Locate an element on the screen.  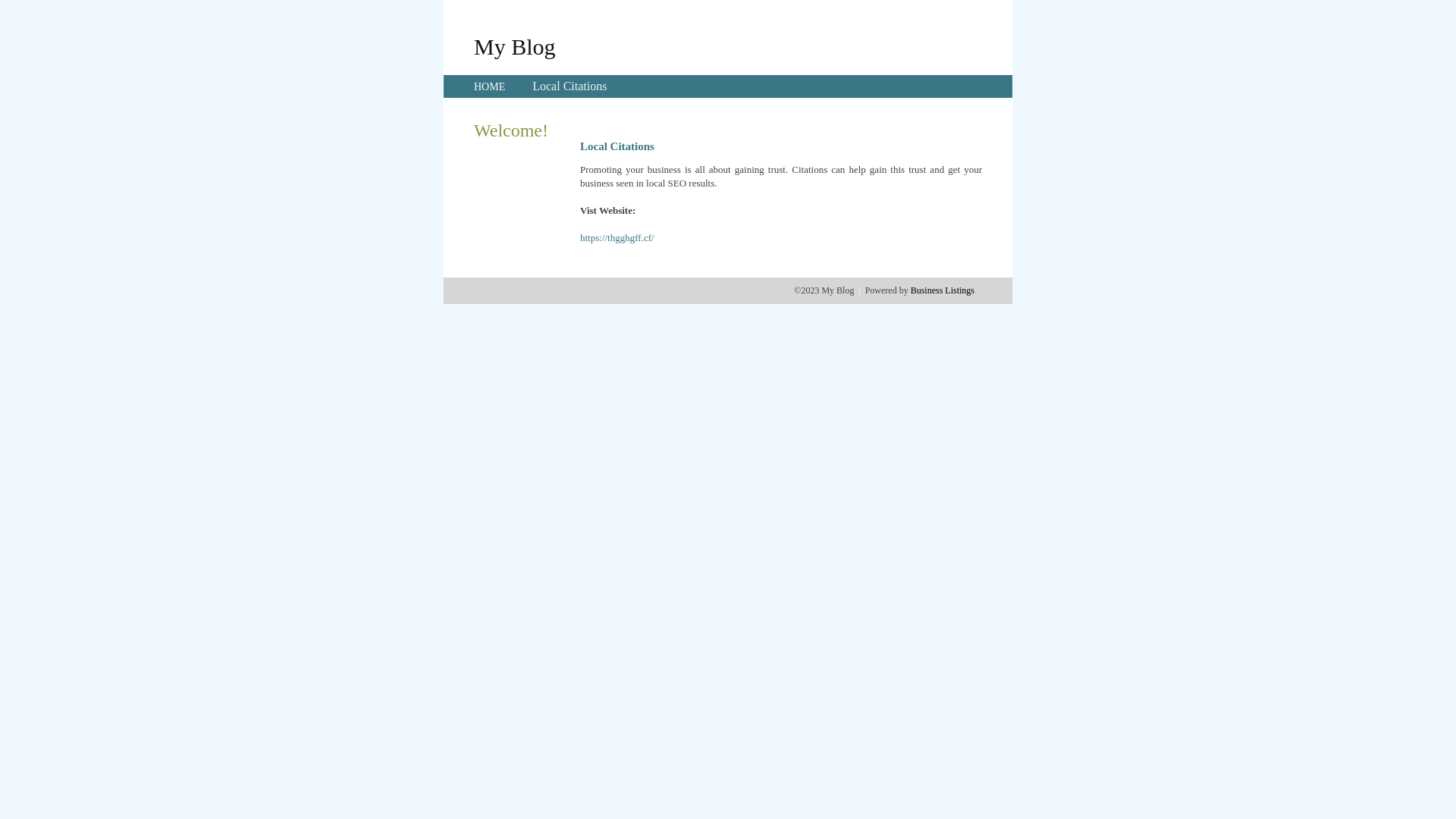
'https://thgghgff.cf/' is located at coordinates (617, 237).